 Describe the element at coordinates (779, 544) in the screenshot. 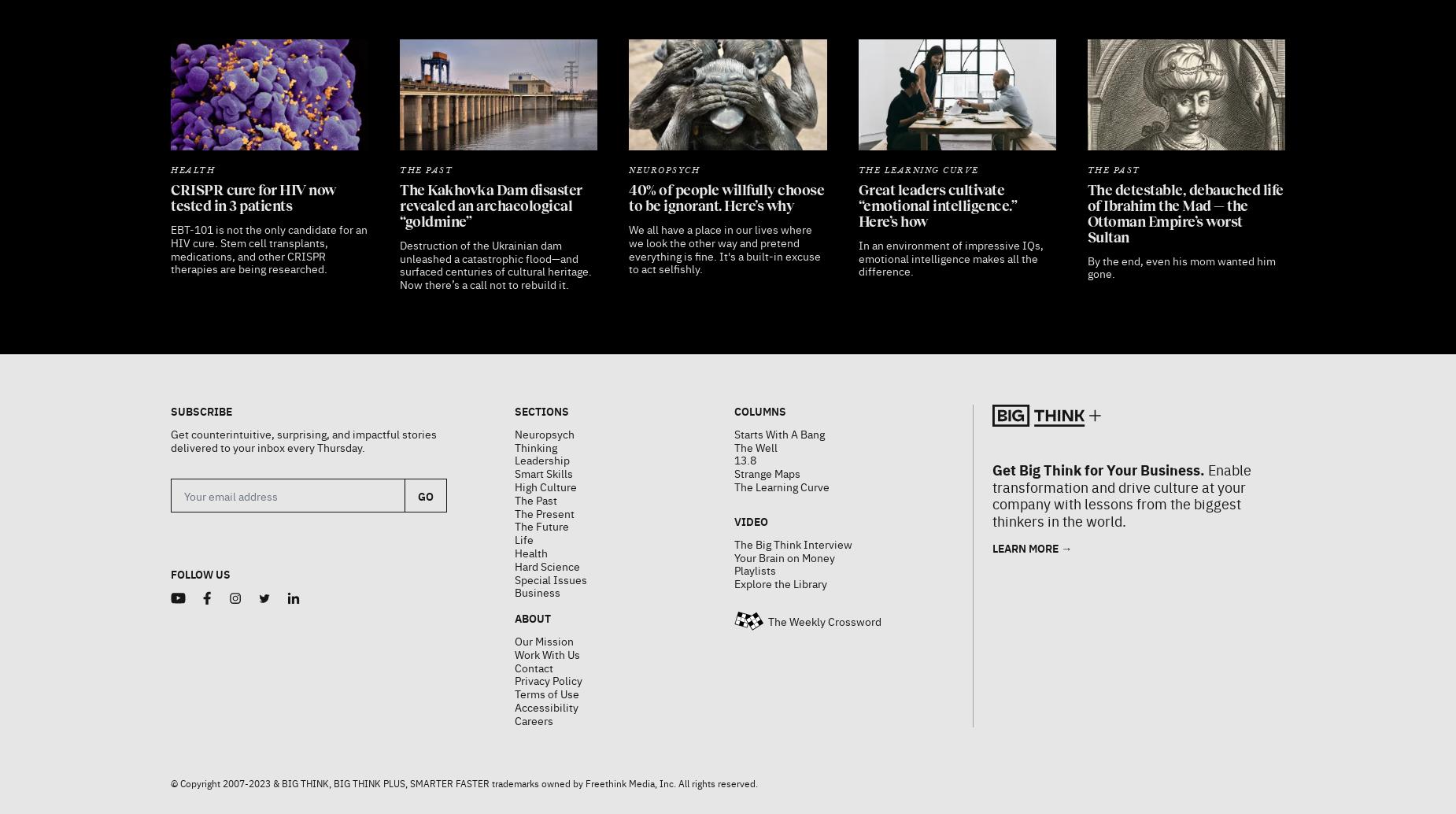

I see `'Explore the Library'` at that location.